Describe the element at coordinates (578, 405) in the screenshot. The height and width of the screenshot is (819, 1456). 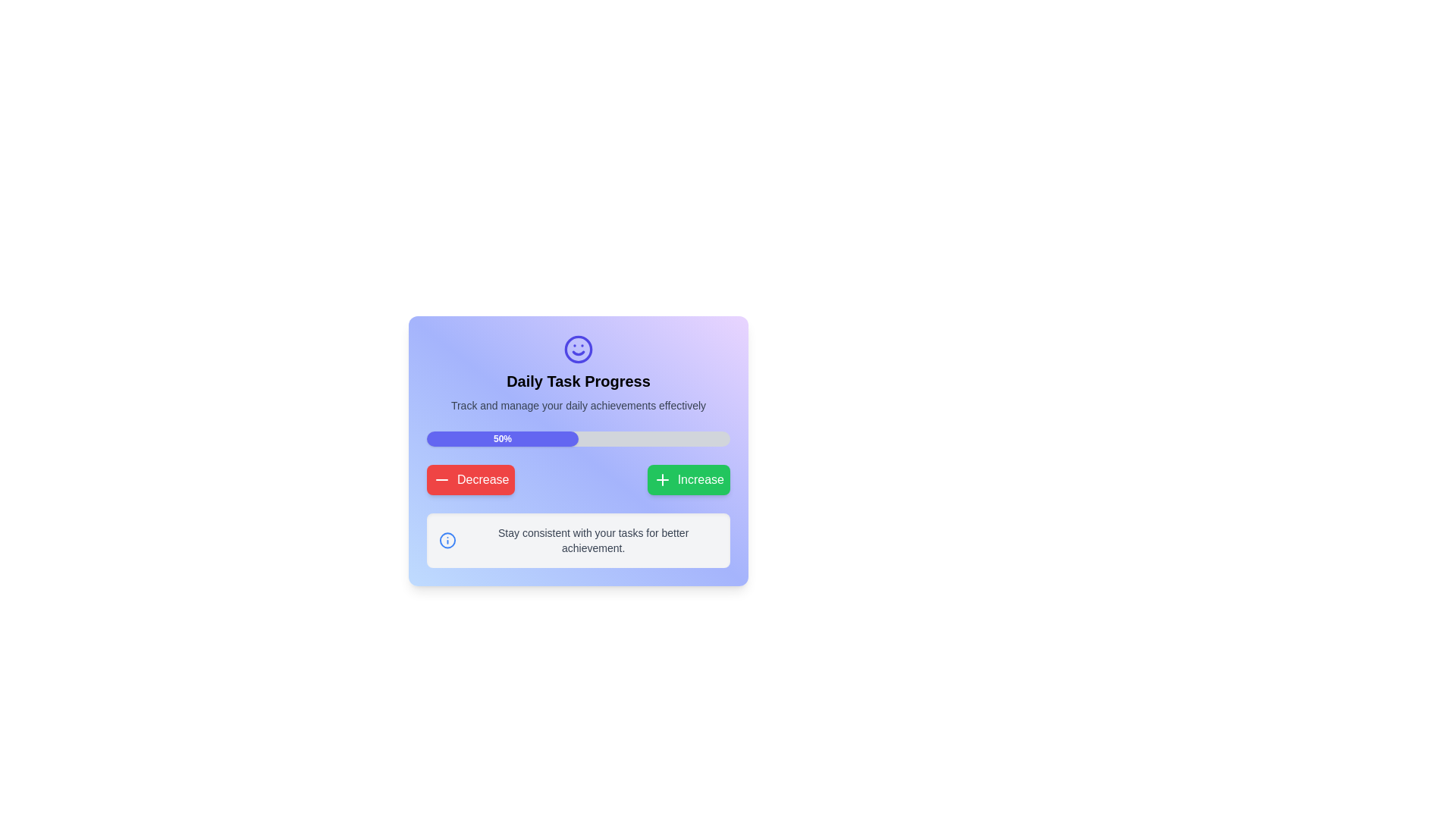
I see `the text label that reads 'Track and manage your daily achievements effectively', which is positioned immediately below the bold title 'Daily Task Progress' and centered within its card interface` at that location.